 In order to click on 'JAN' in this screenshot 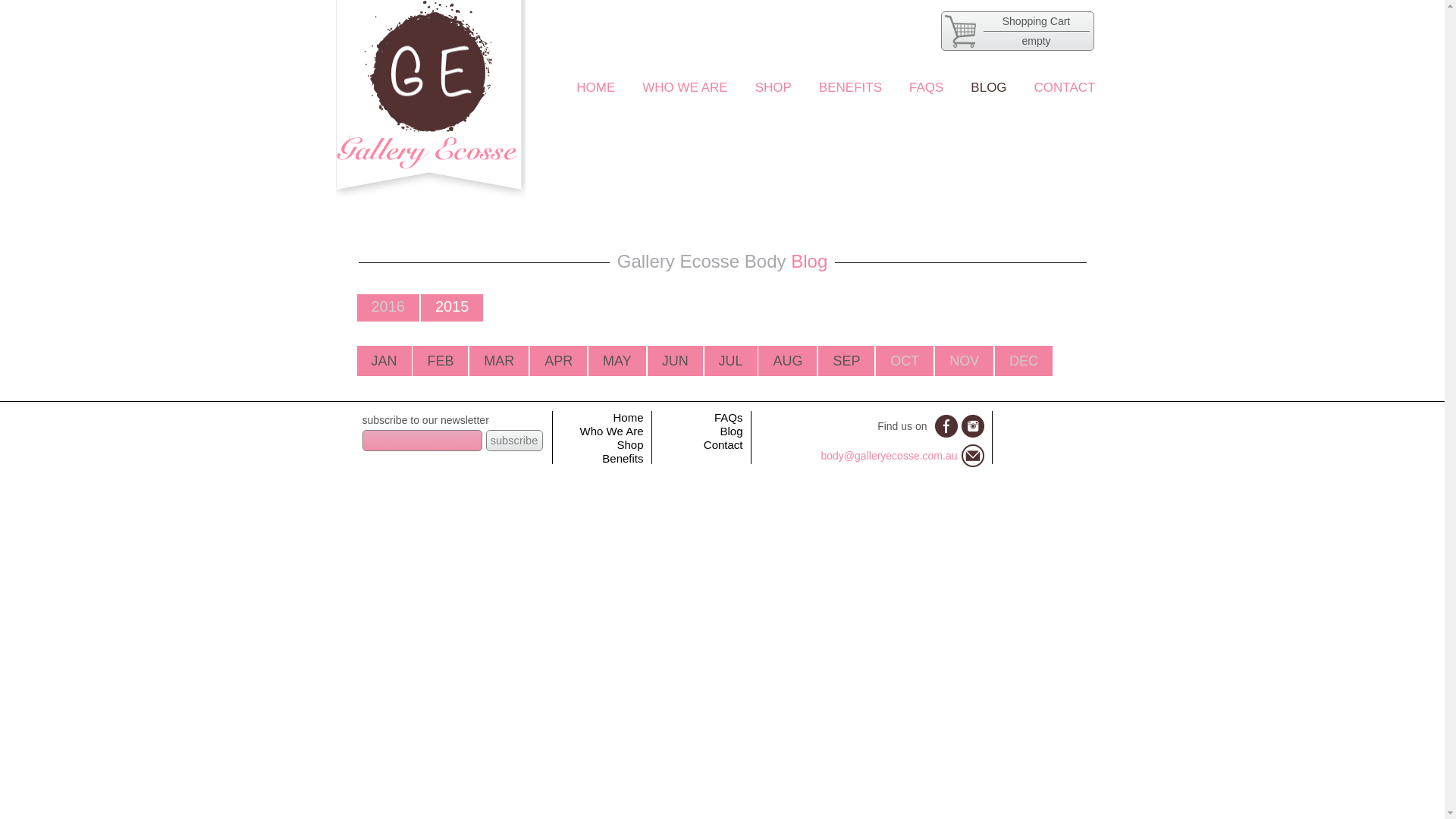, I will do `click(384, 360)`.